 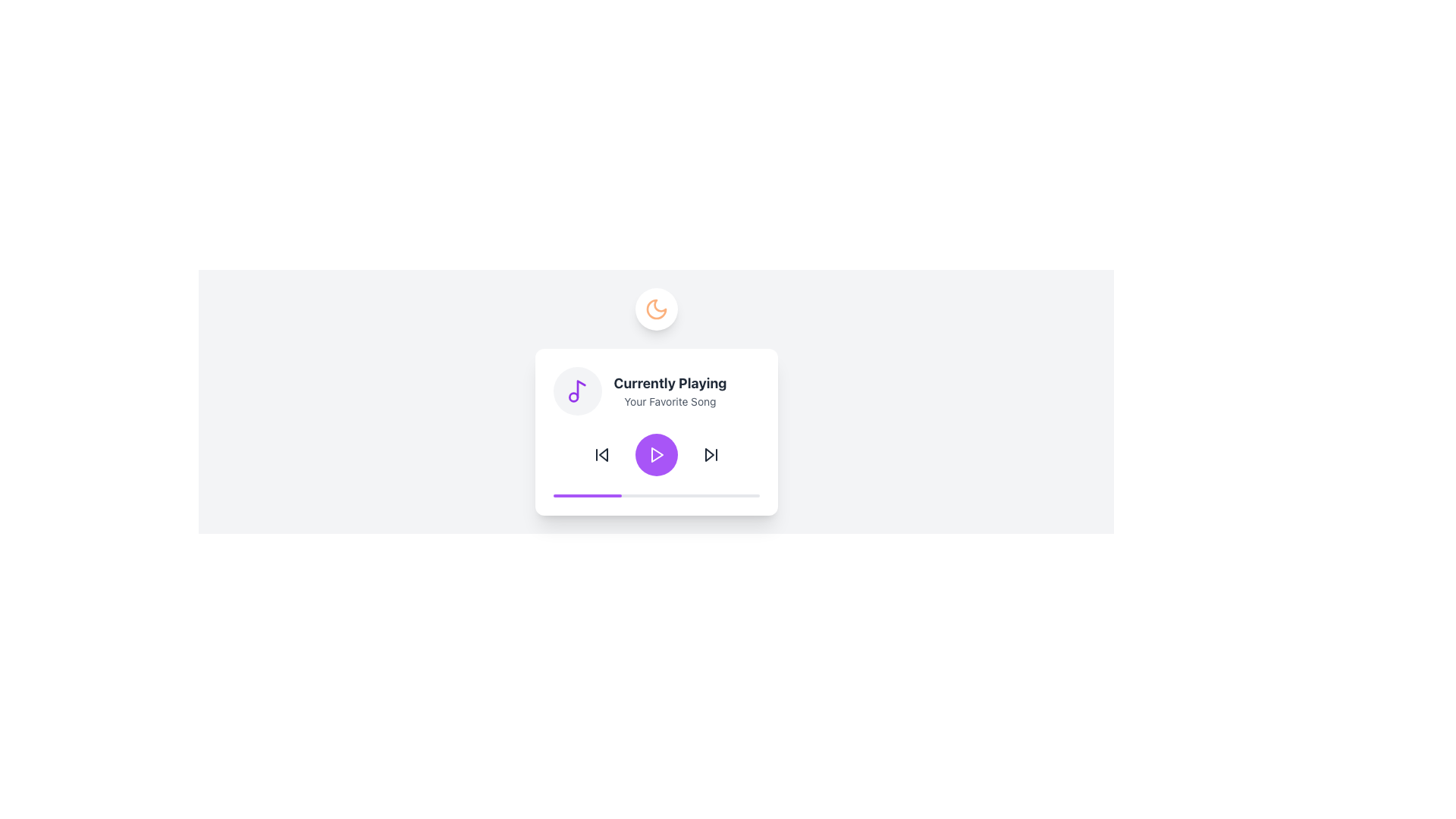 What do you see at coordinates (586, 496) in the screenshot?
I see `the filled portion of the progress bar segment` at bounding box center [586, 496].